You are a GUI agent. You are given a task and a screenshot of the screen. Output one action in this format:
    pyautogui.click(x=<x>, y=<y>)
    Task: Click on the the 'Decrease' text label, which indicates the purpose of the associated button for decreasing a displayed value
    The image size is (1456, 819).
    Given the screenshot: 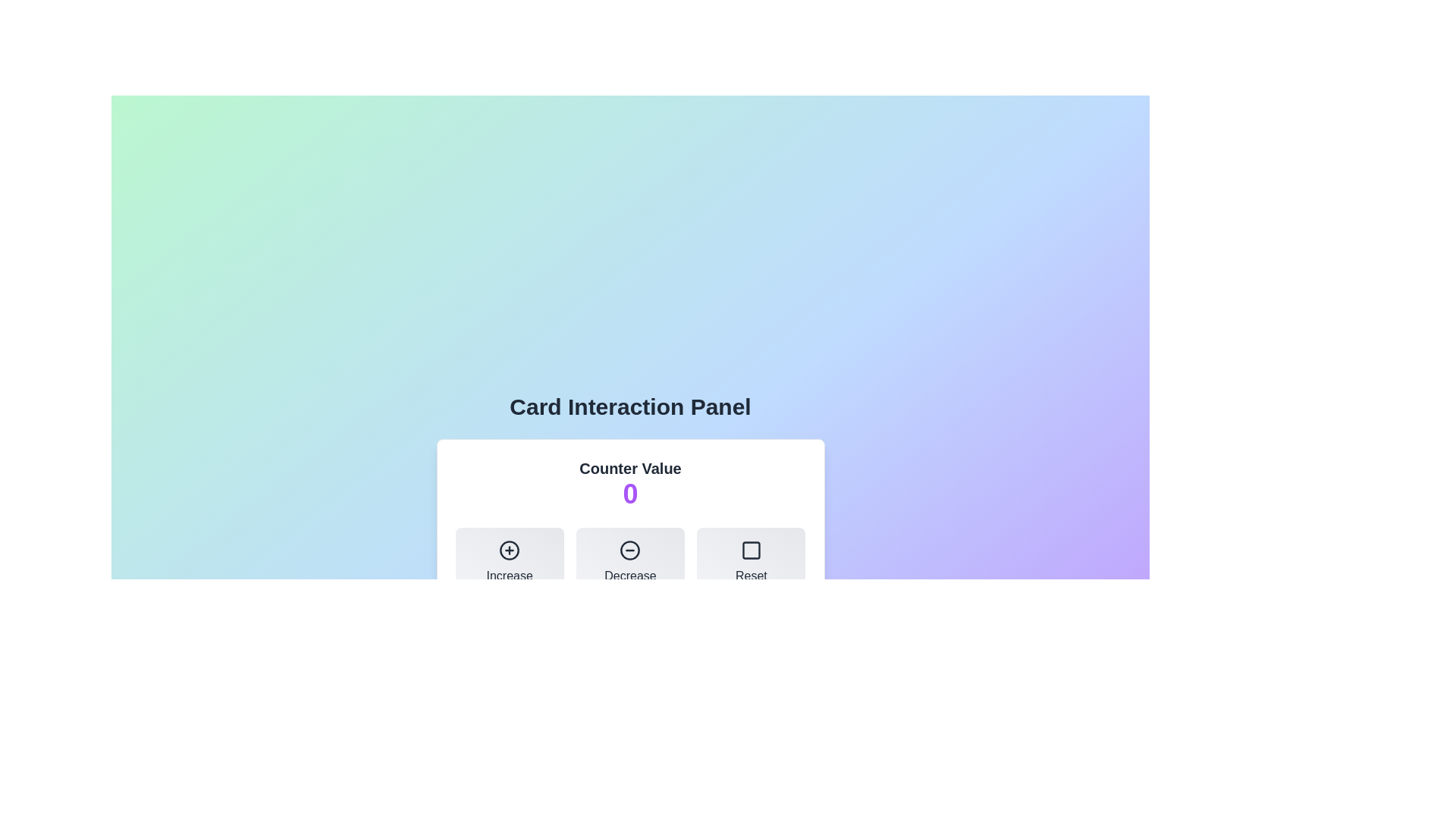 What is the action you would take?
    pyautogui.click(x=630, y=576)
    